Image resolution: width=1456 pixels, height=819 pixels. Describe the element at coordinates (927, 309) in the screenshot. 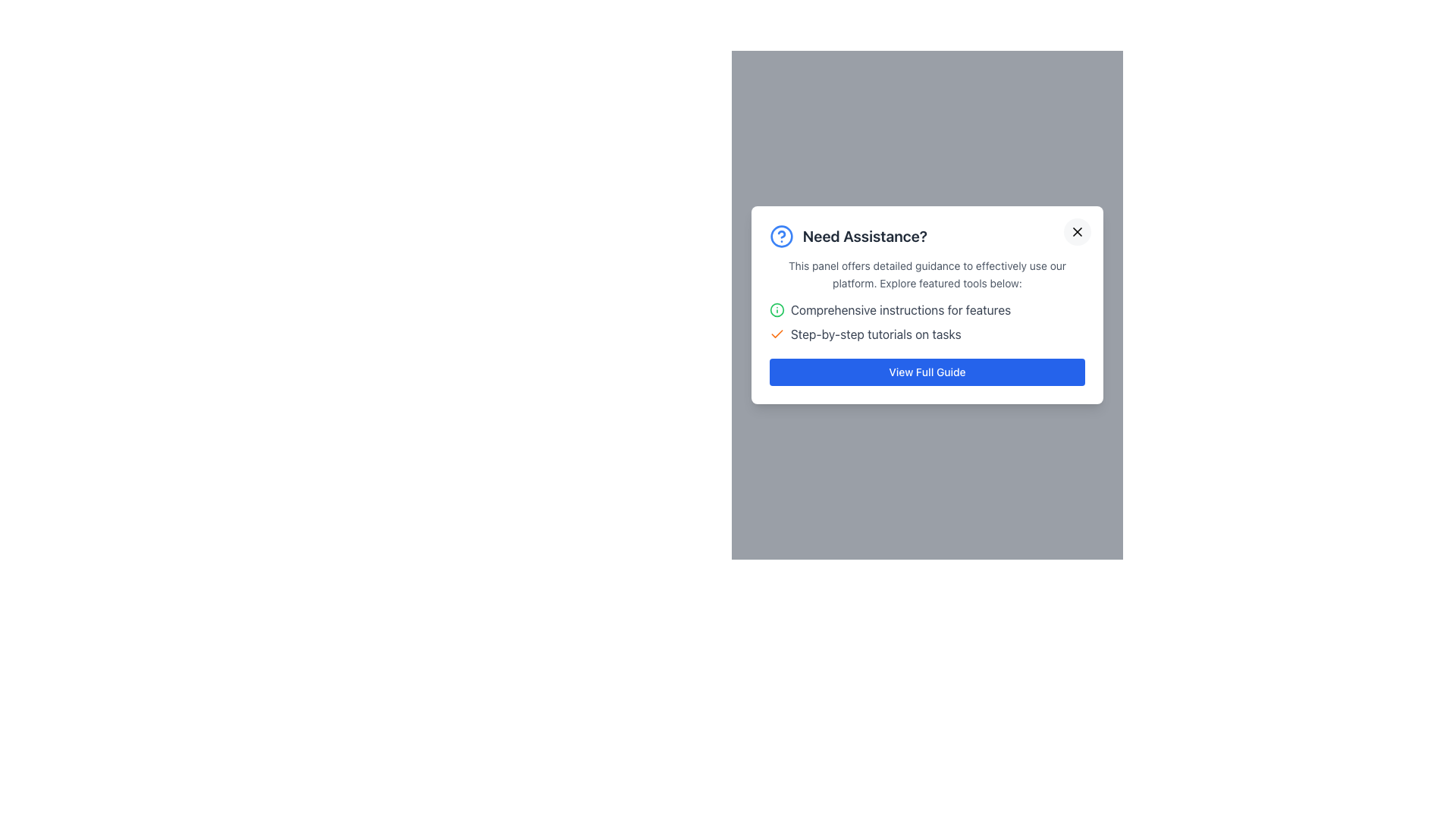

I see `the horizontally aligned text component reading 'Comprehensive instructions for features', which is styled in gray color and located next to a green circular icon with an 'i' symbol inside, as it is the first item in the assistance panel's vertical list` at that location.